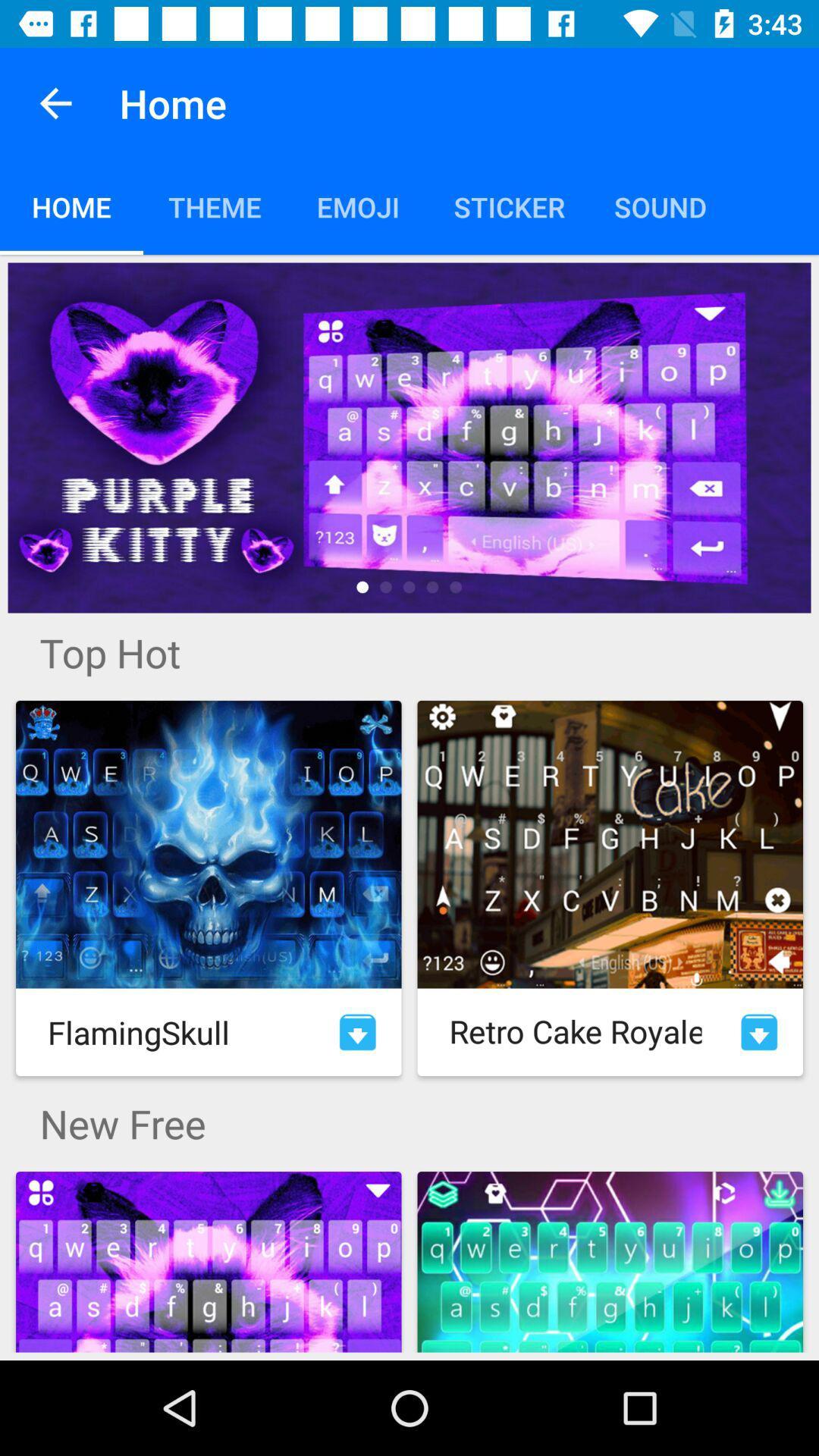 This screenshot has height=1456, width=819. Describe the element at coordinates (55, 102) in the screenshot. I see `go back` at that location.